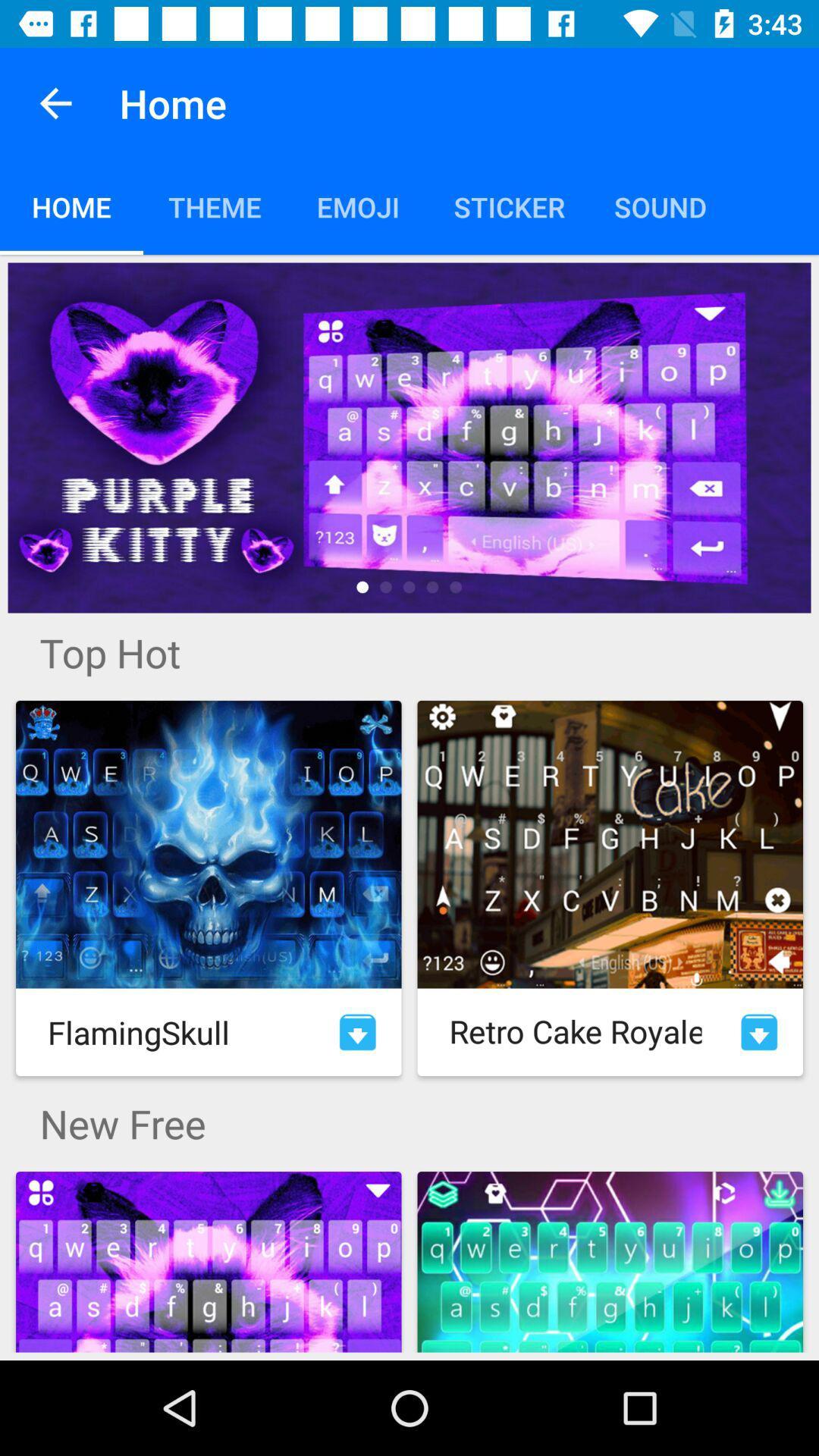 This screenshot has height=1456, width=819. Describe the element at coordinates (55, 102) in the screenshot. I see `go back` at that location.